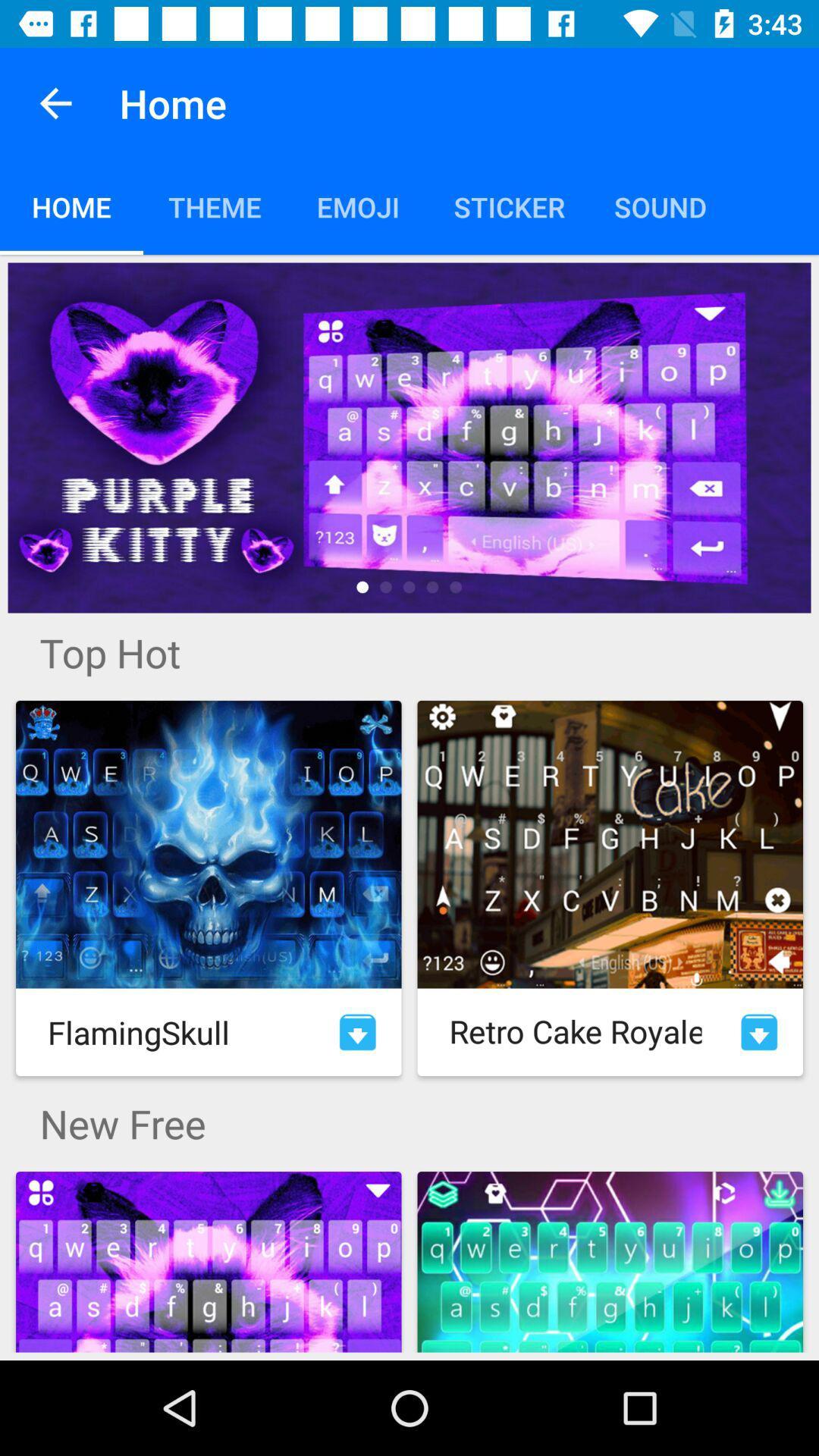 This screenshot has height=1456, width=819. Describe the element at coordinates (55, 102) in the screenshot. I see `go back` at that location.